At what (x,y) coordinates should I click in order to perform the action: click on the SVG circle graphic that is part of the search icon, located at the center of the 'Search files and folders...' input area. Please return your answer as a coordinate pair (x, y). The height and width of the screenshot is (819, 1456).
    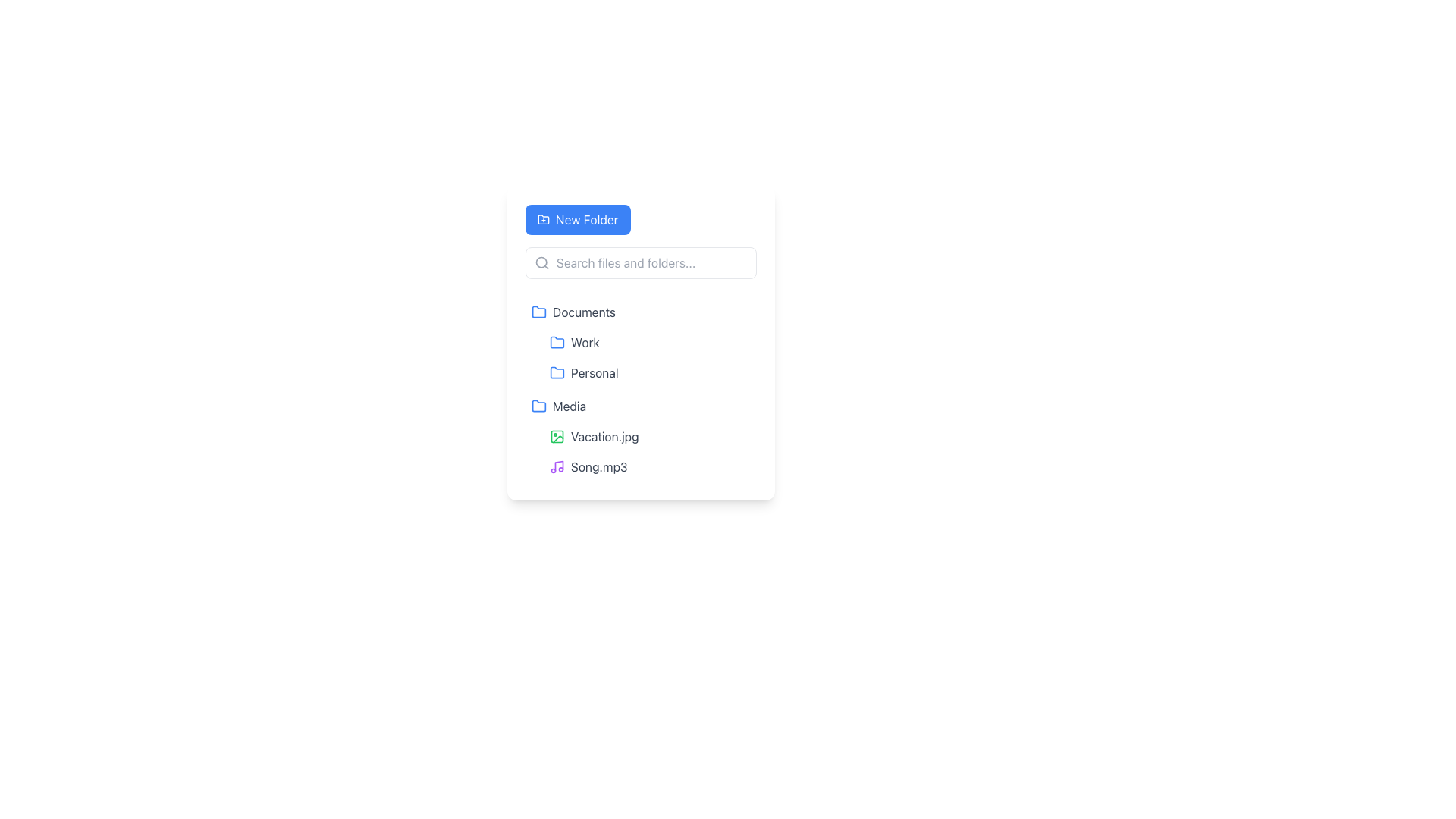
    Looking at the image, I should click on (541, 262).